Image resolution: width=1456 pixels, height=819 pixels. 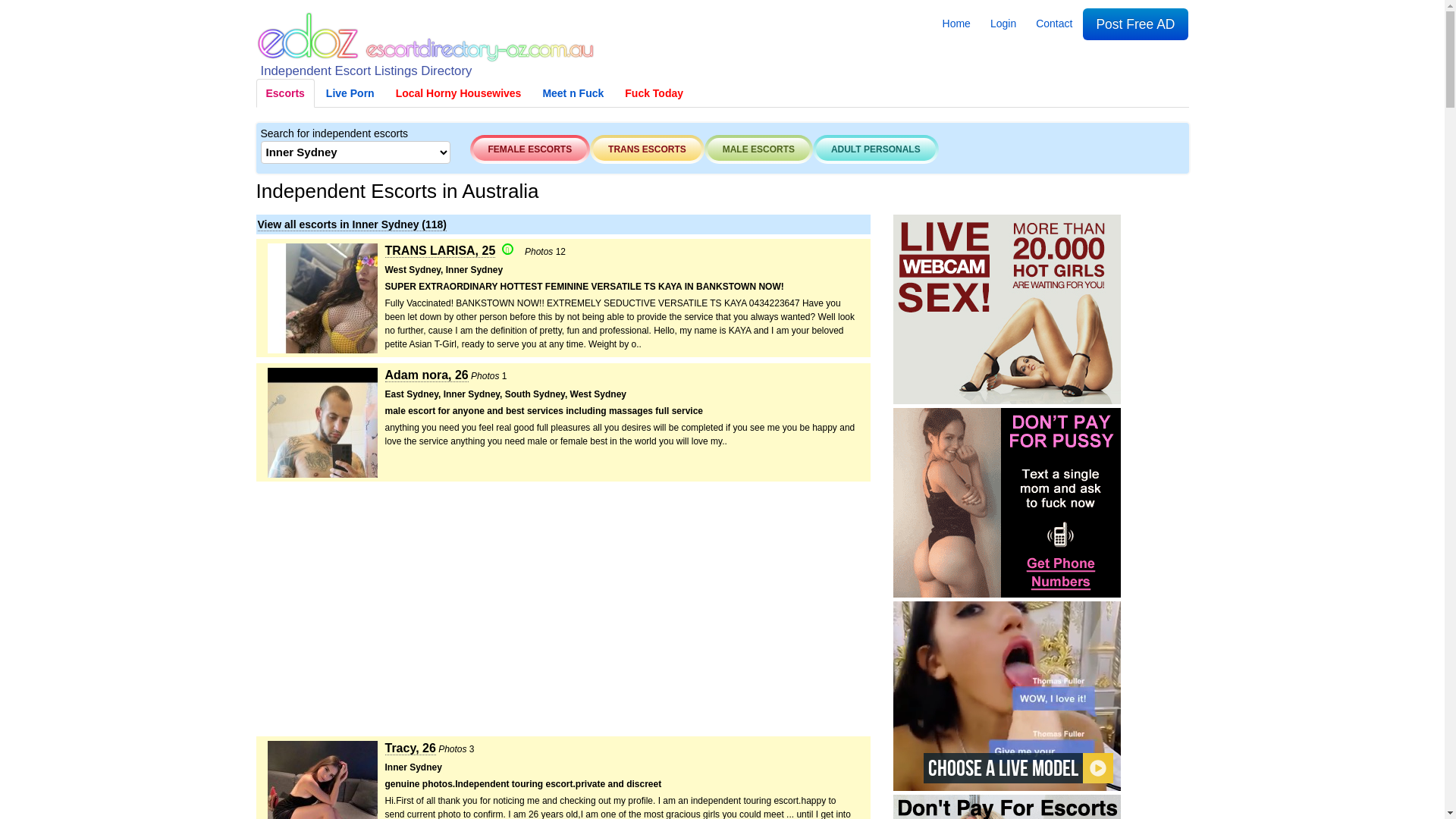 I want to click on 'MALE ESCORTS', so click(x=758, y=149).